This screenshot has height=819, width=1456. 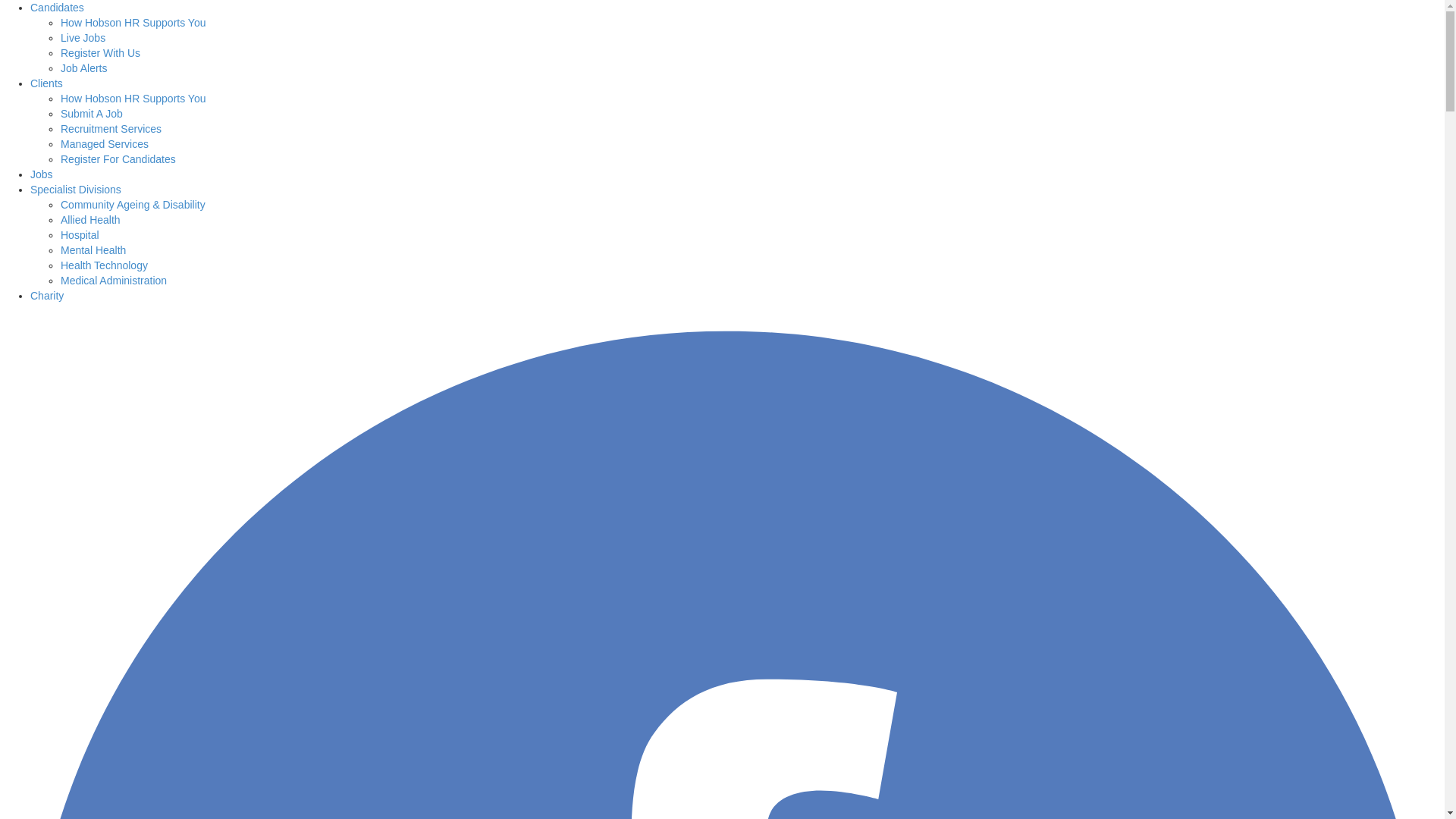 What do you see at coordinates (99, 52) in the screenshot?
I see `'Register With Us'` at bounding box center [99, 52].